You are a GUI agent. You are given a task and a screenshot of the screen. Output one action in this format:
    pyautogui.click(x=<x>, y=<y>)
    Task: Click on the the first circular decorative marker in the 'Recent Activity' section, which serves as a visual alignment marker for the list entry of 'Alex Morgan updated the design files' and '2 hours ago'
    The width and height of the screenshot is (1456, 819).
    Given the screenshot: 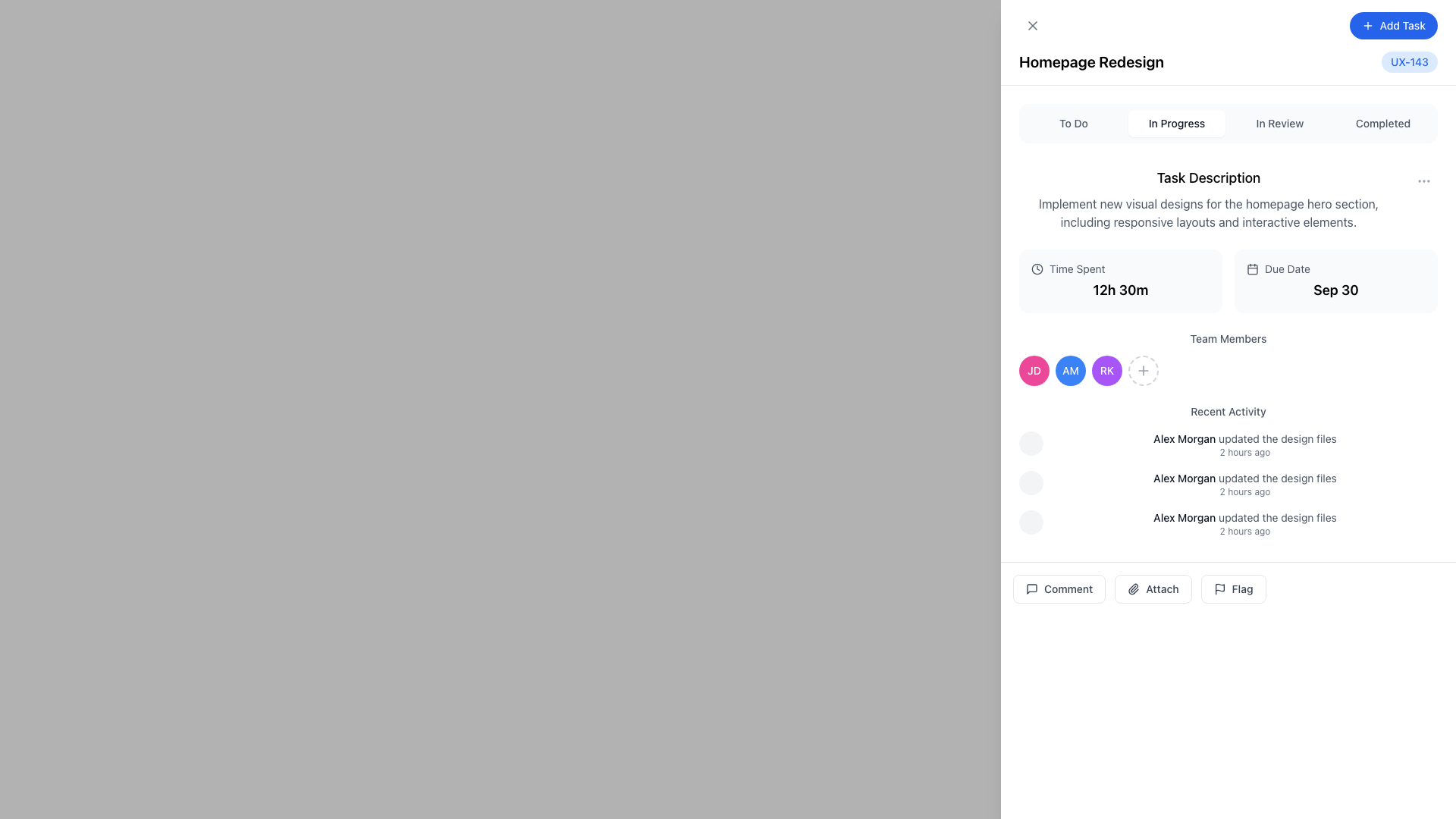 What is the action you would take?
    pyautogui.click(x=1031, y=444)
    